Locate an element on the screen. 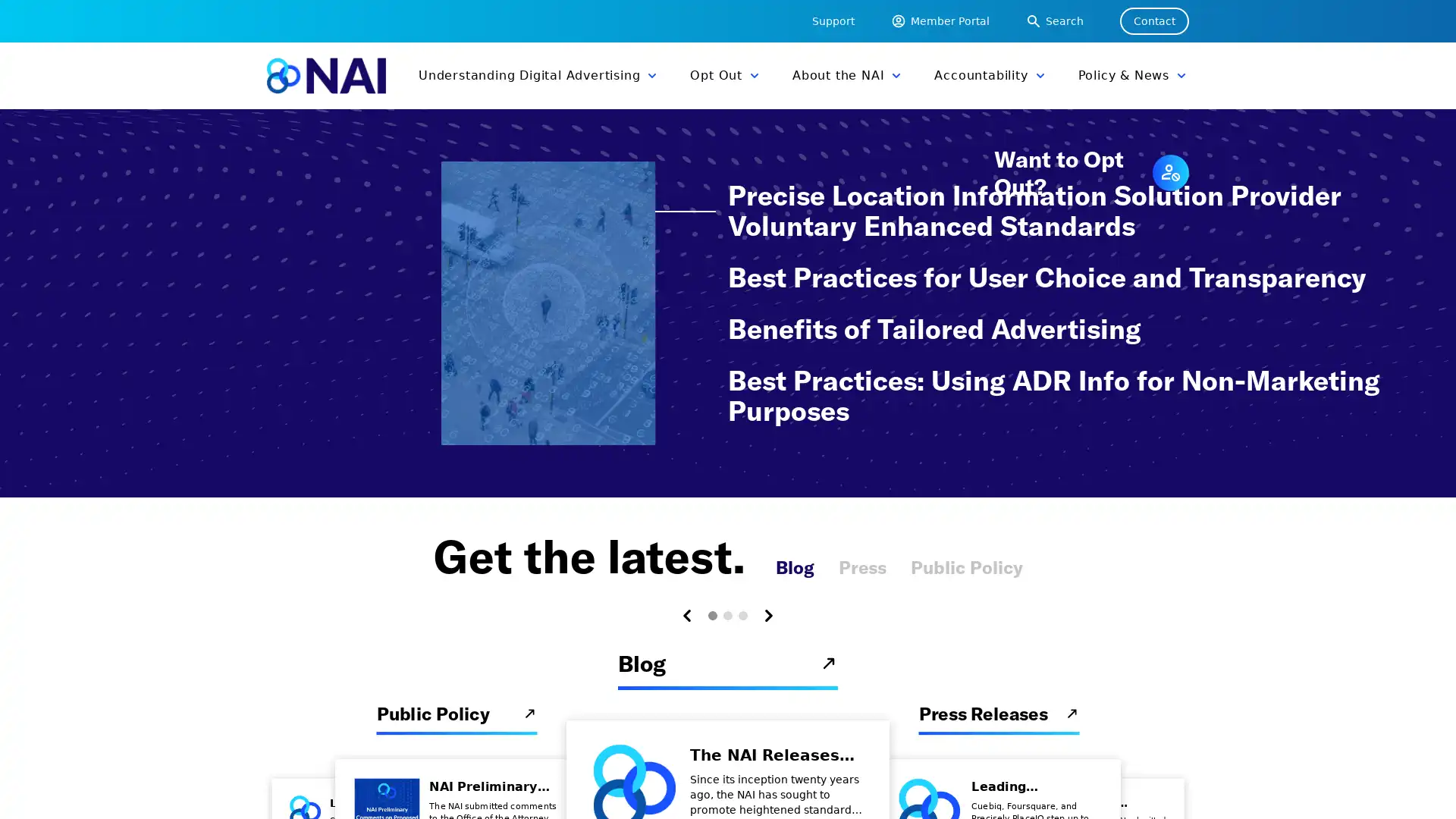 This screenshot has width=1456, height=819. Carousel Page 2 is located at coordinates (728, 616).